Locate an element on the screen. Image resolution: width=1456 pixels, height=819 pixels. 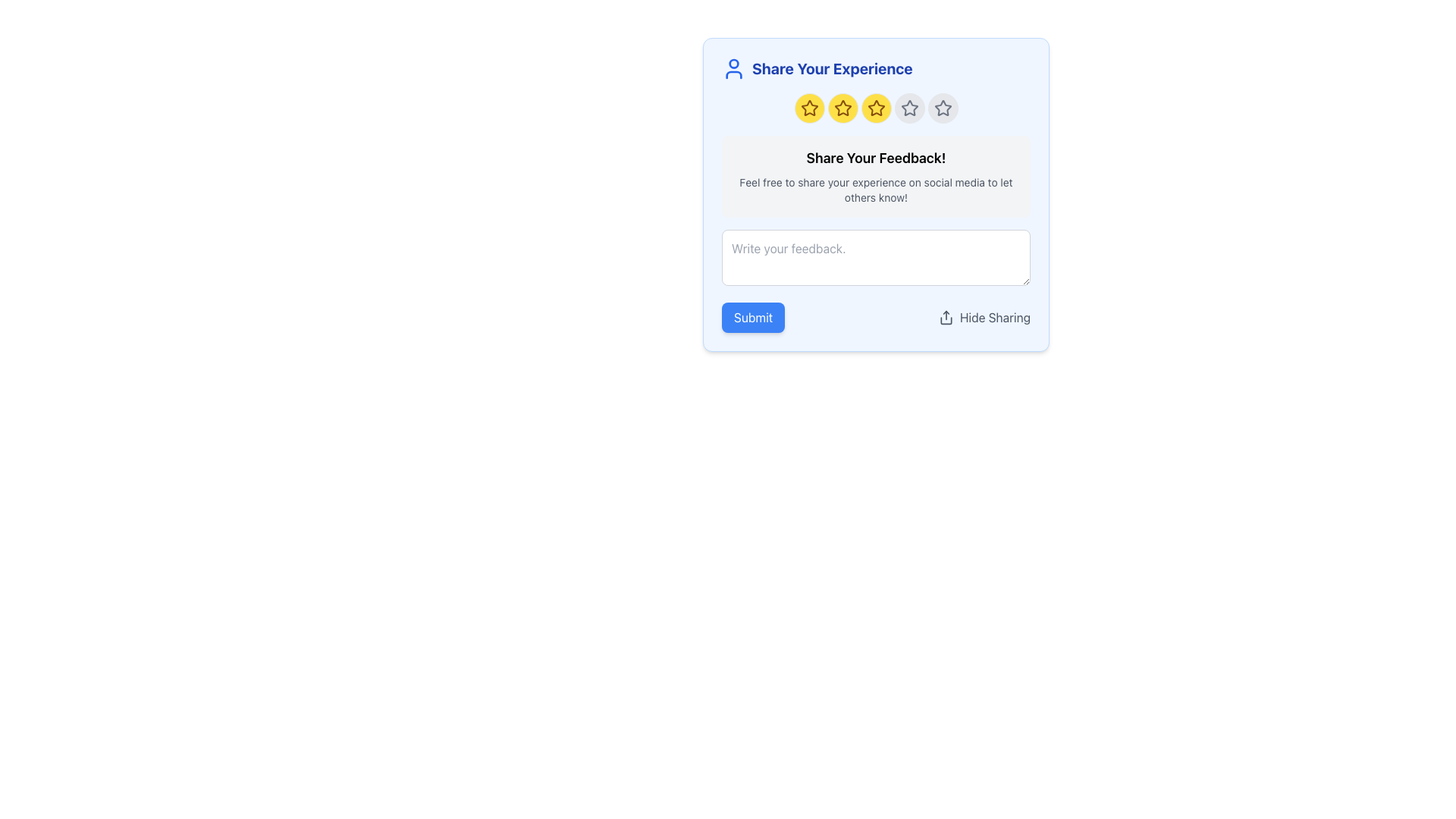
the star rating button located at the end of a horizontal row of five circular buttons in the feedback section titled 'Share Your Experience' is located at coordinates (942, 107).